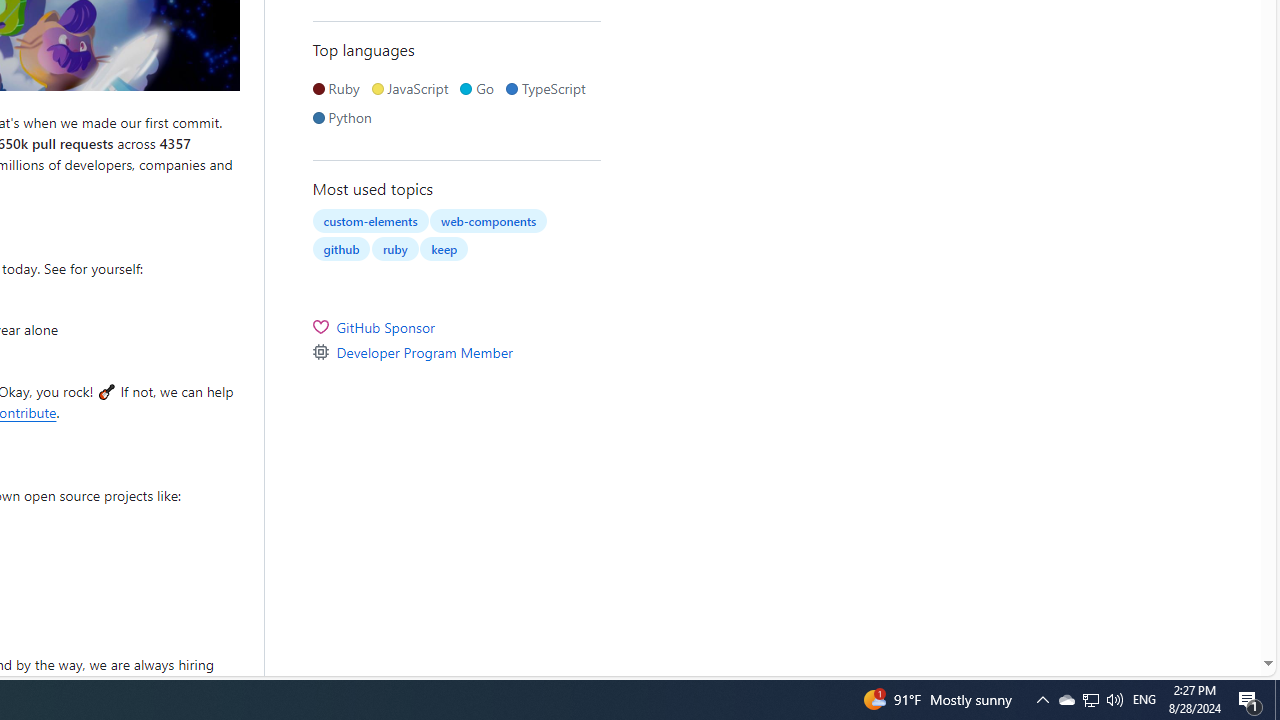 The height and width of the screenshot is (720, 1280). What do you see at coordinates (480, 87) in the screenshot?
I see `'Go'` at bounding box center [480, 87].